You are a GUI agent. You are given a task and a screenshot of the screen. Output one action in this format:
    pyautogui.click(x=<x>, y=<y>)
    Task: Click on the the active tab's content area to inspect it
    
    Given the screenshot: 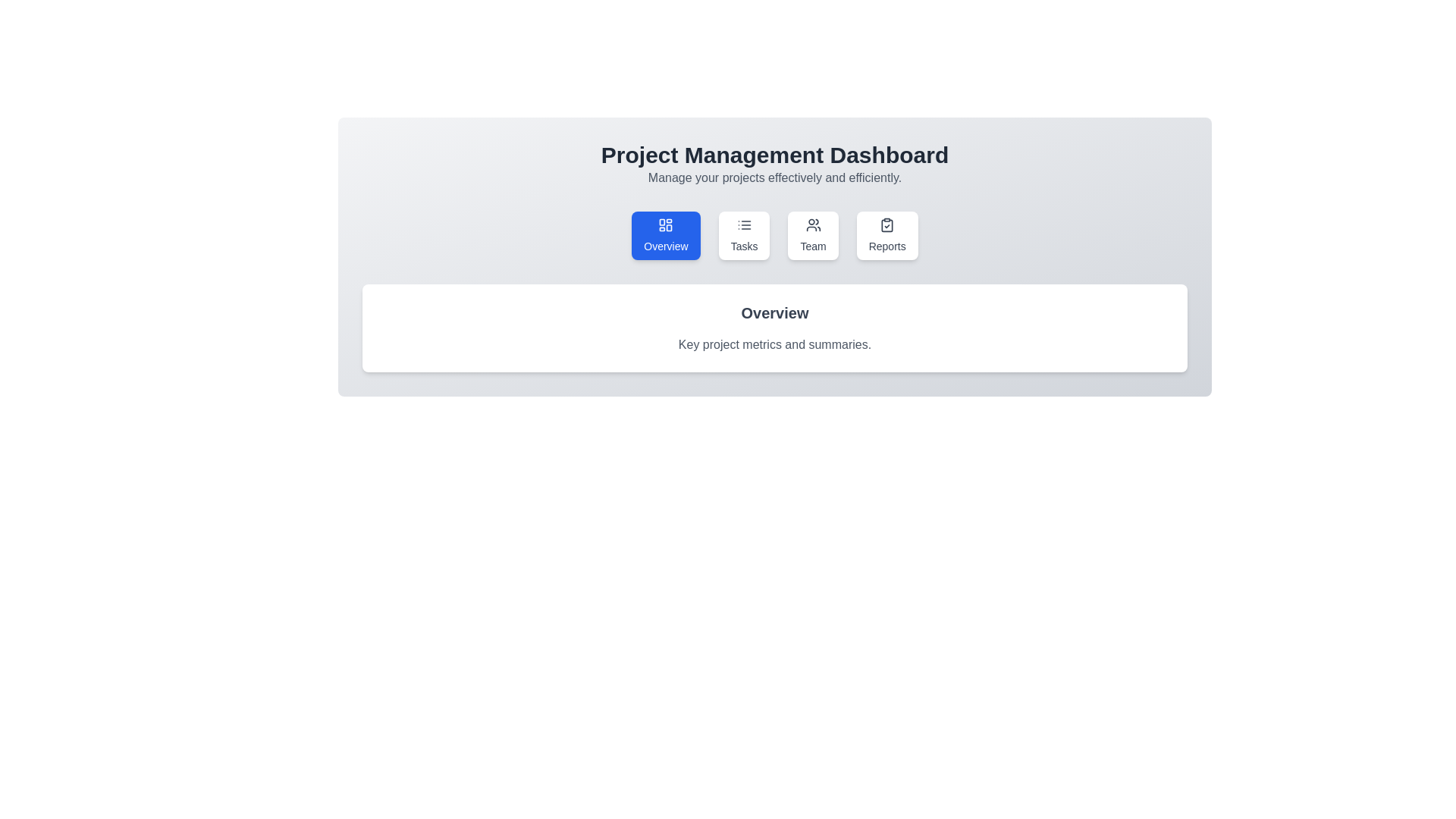 What is the action you would take?
    pyautogui.click(x=775, y=327)
    